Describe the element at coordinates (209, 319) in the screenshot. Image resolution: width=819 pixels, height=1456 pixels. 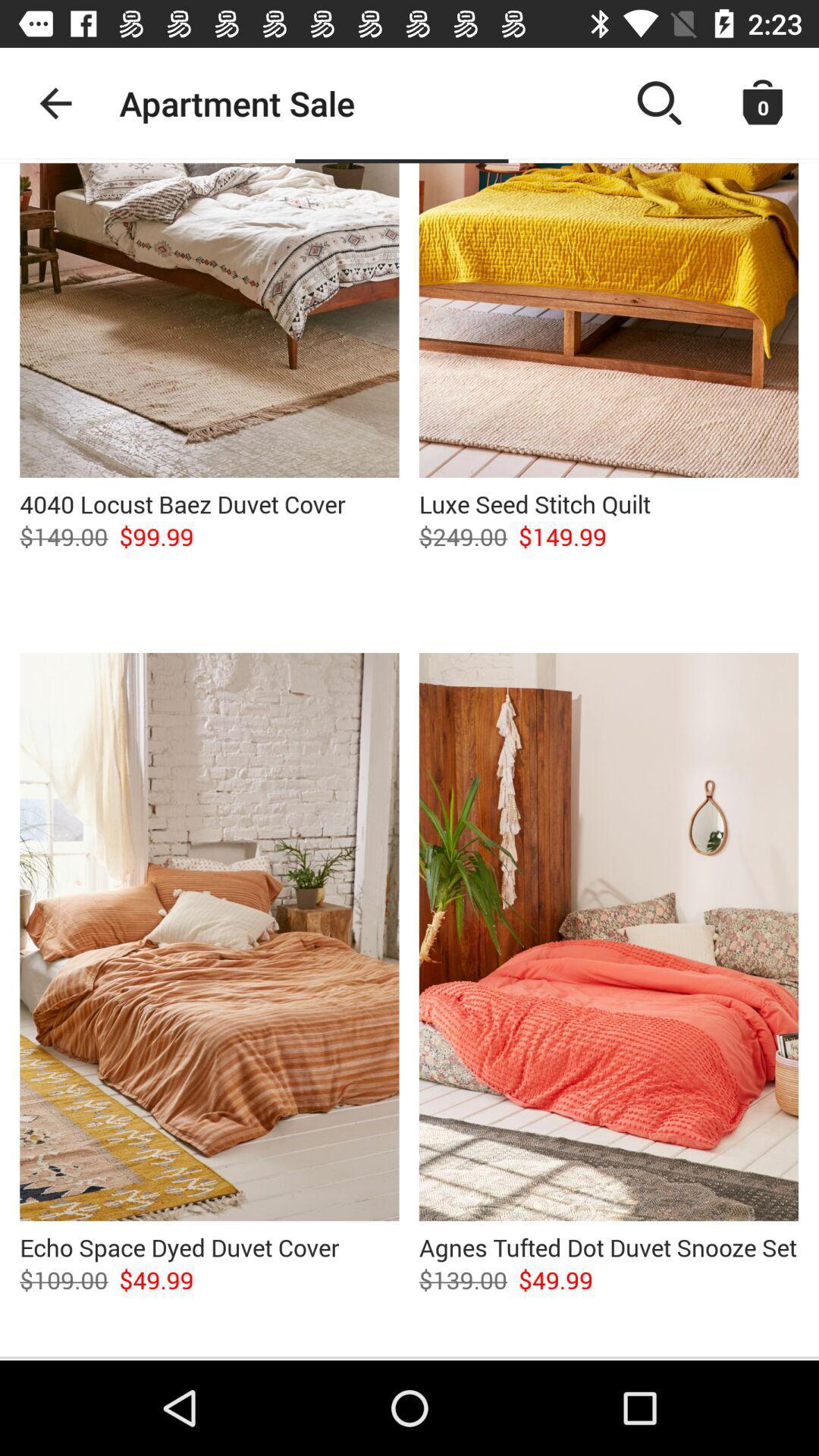
I see `icon above 4040 locust baez duvet cover` at that location.